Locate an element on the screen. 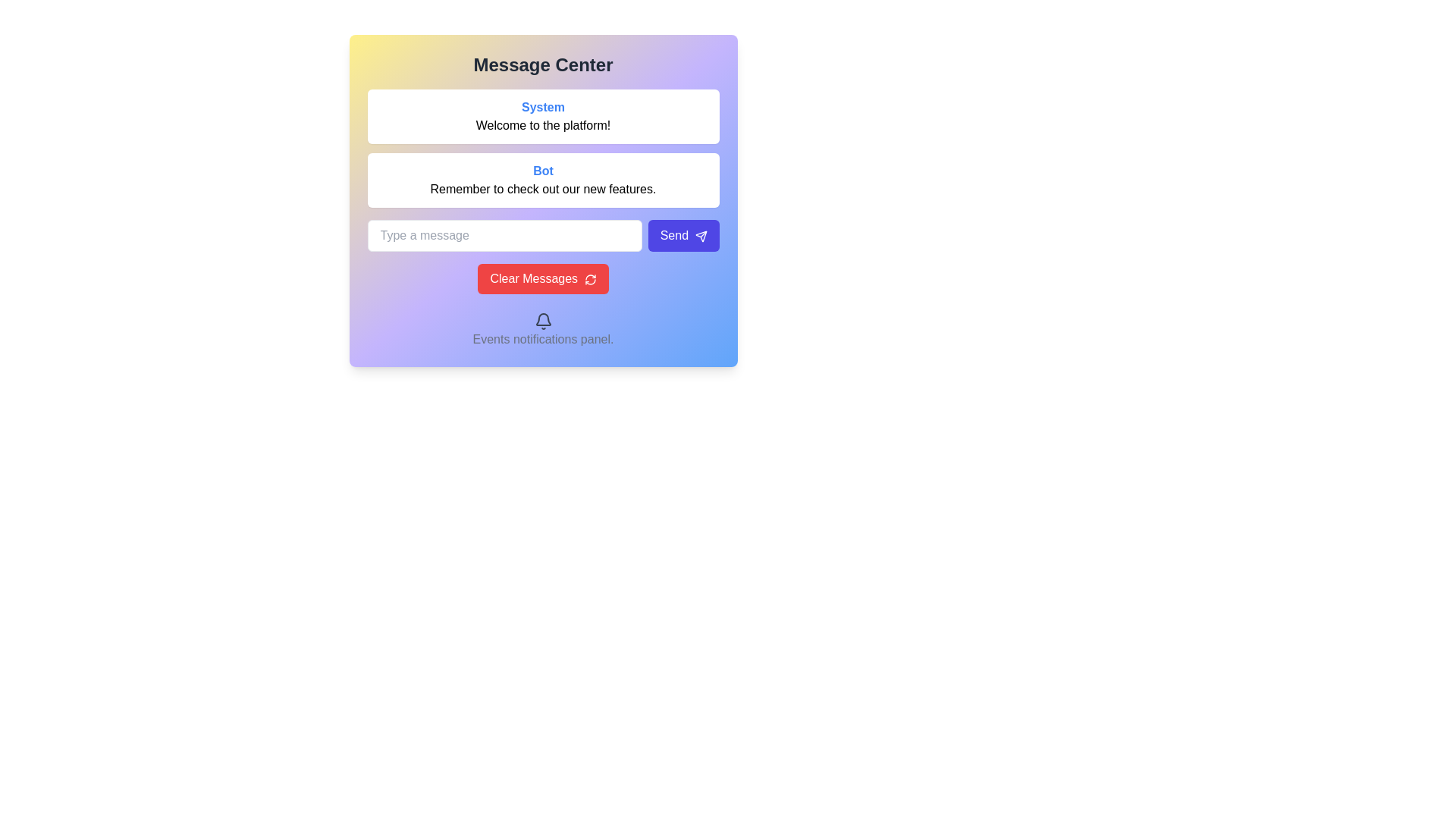  the text label indicating a bot-generated message within the white box in the Message Center is located at coordinates (543, 171).